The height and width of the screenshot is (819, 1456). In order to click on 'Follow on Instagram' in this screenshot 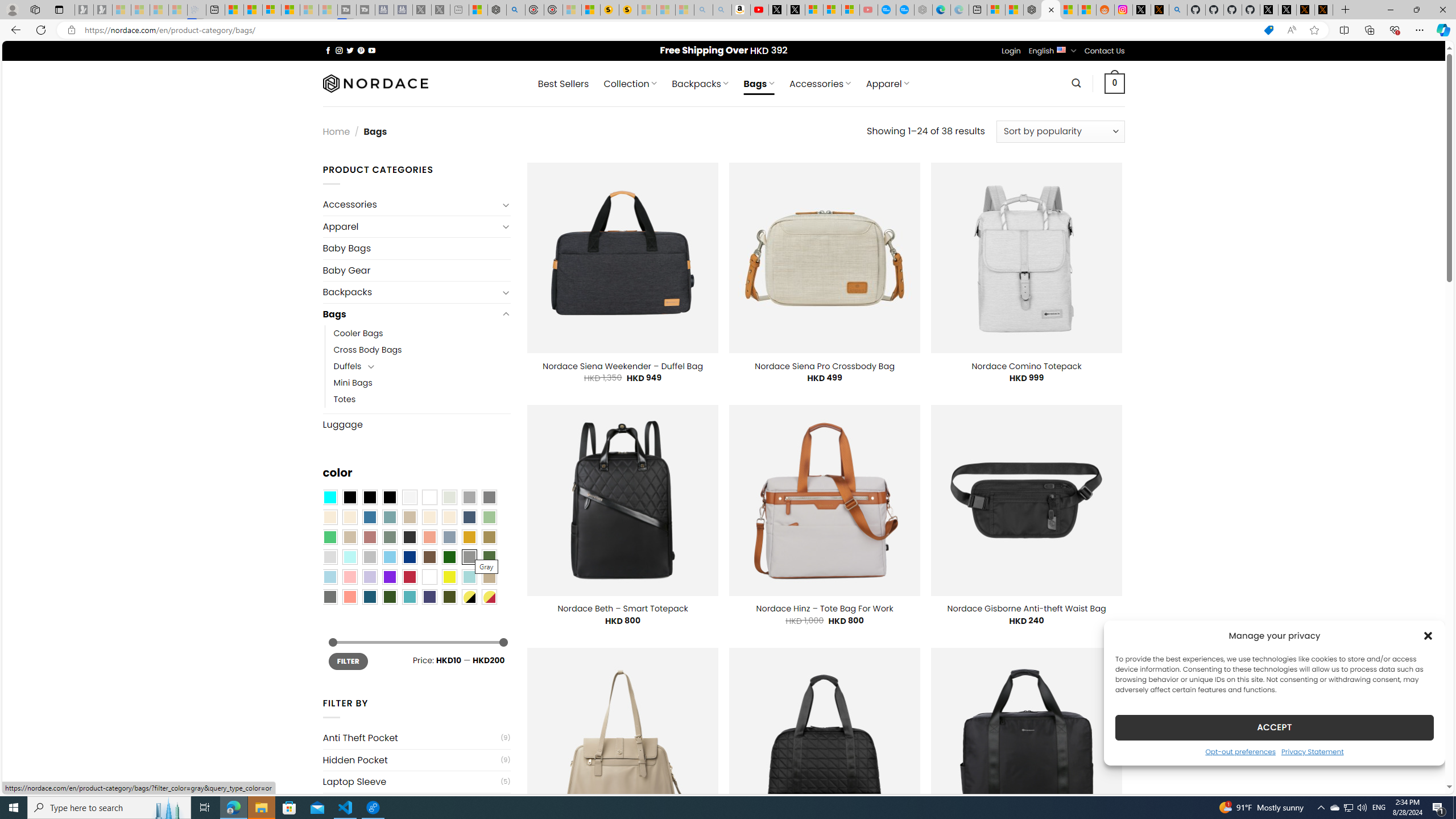, I will do `click(338, 50)`.